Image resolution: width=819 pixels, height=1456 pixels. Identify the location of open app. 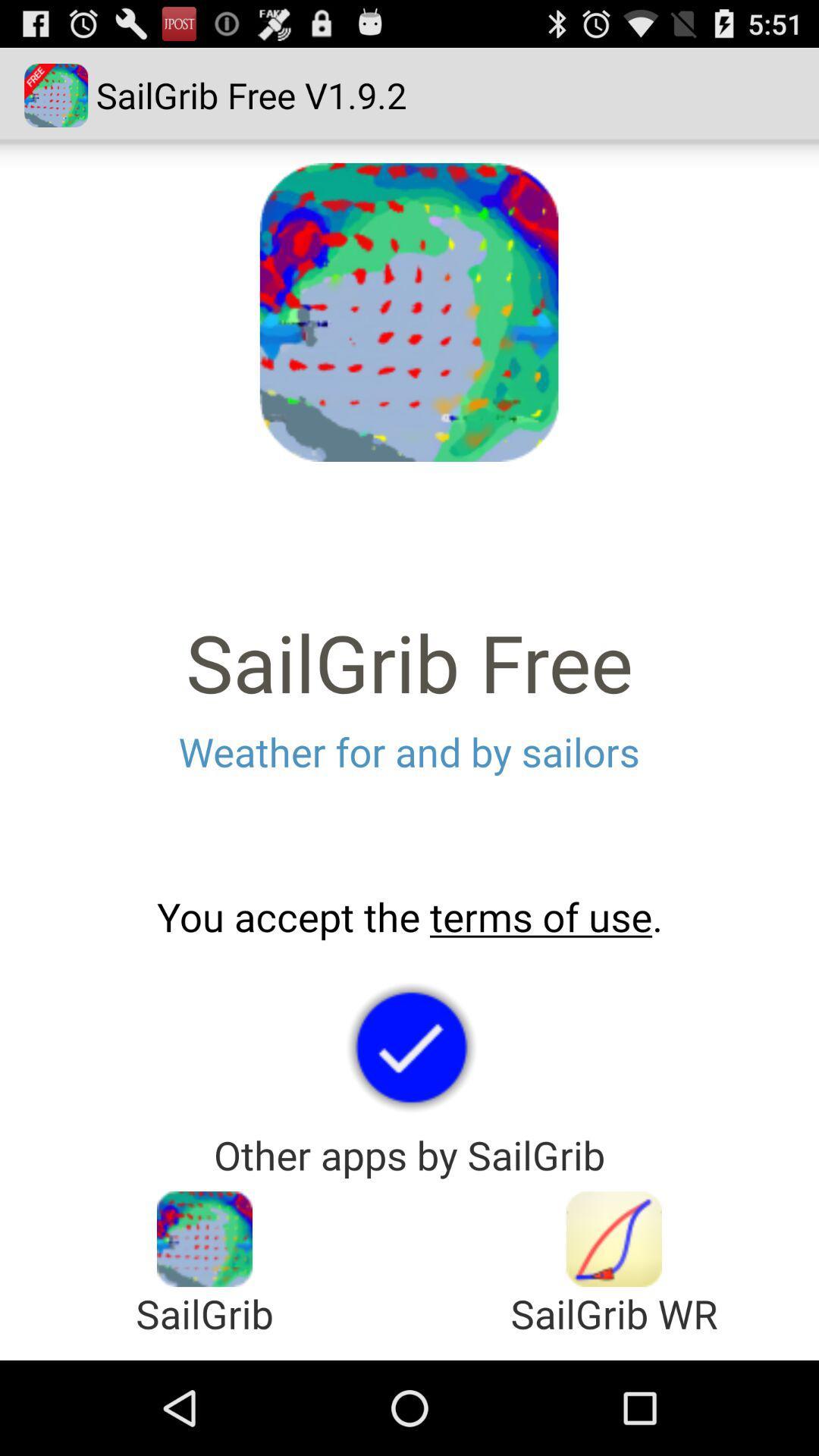
(205, 1239).